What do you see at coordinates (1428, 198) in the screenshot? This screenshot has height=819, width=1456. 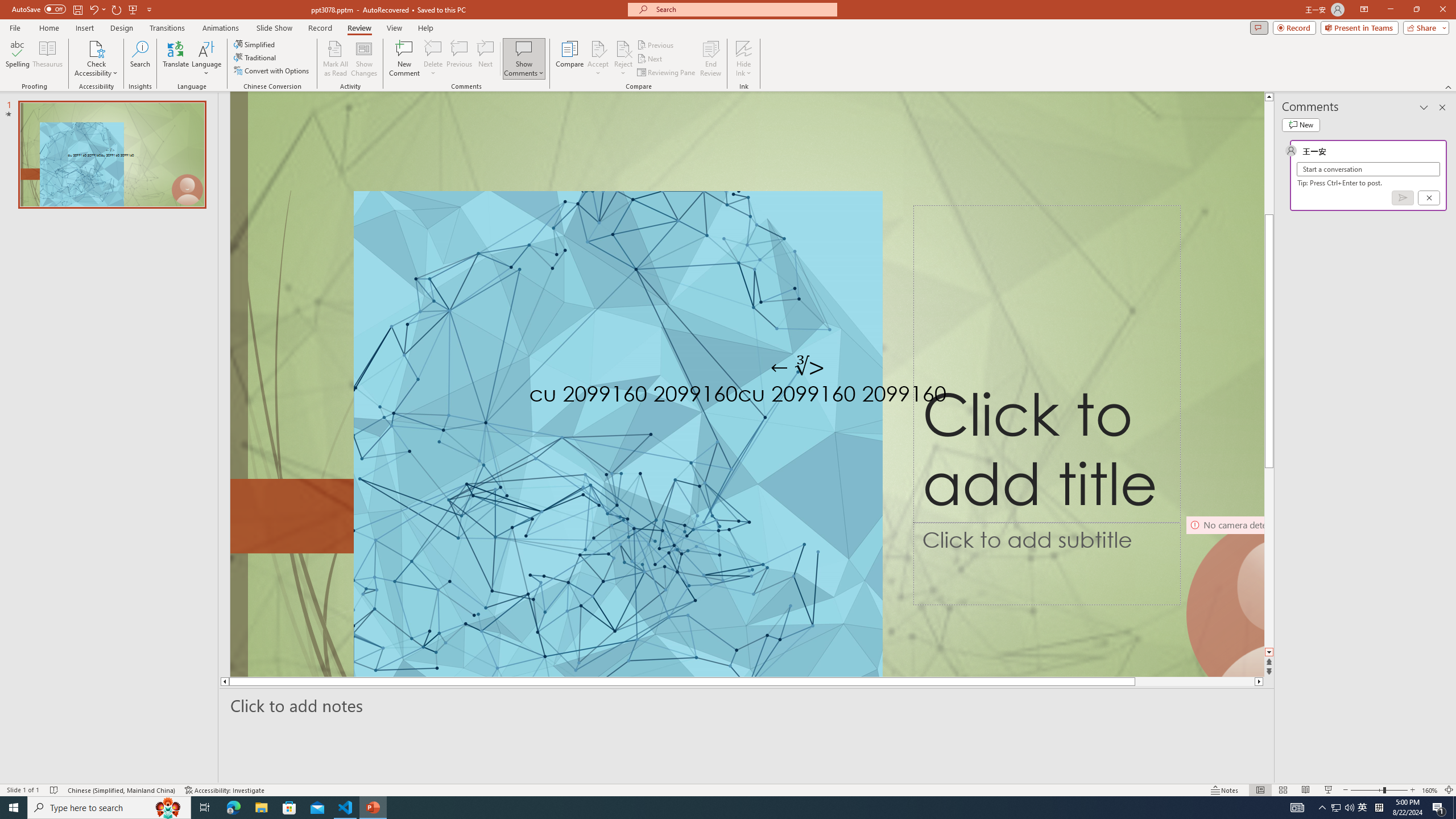 I see `'Cancel'` at bounding box center [1428, 198].